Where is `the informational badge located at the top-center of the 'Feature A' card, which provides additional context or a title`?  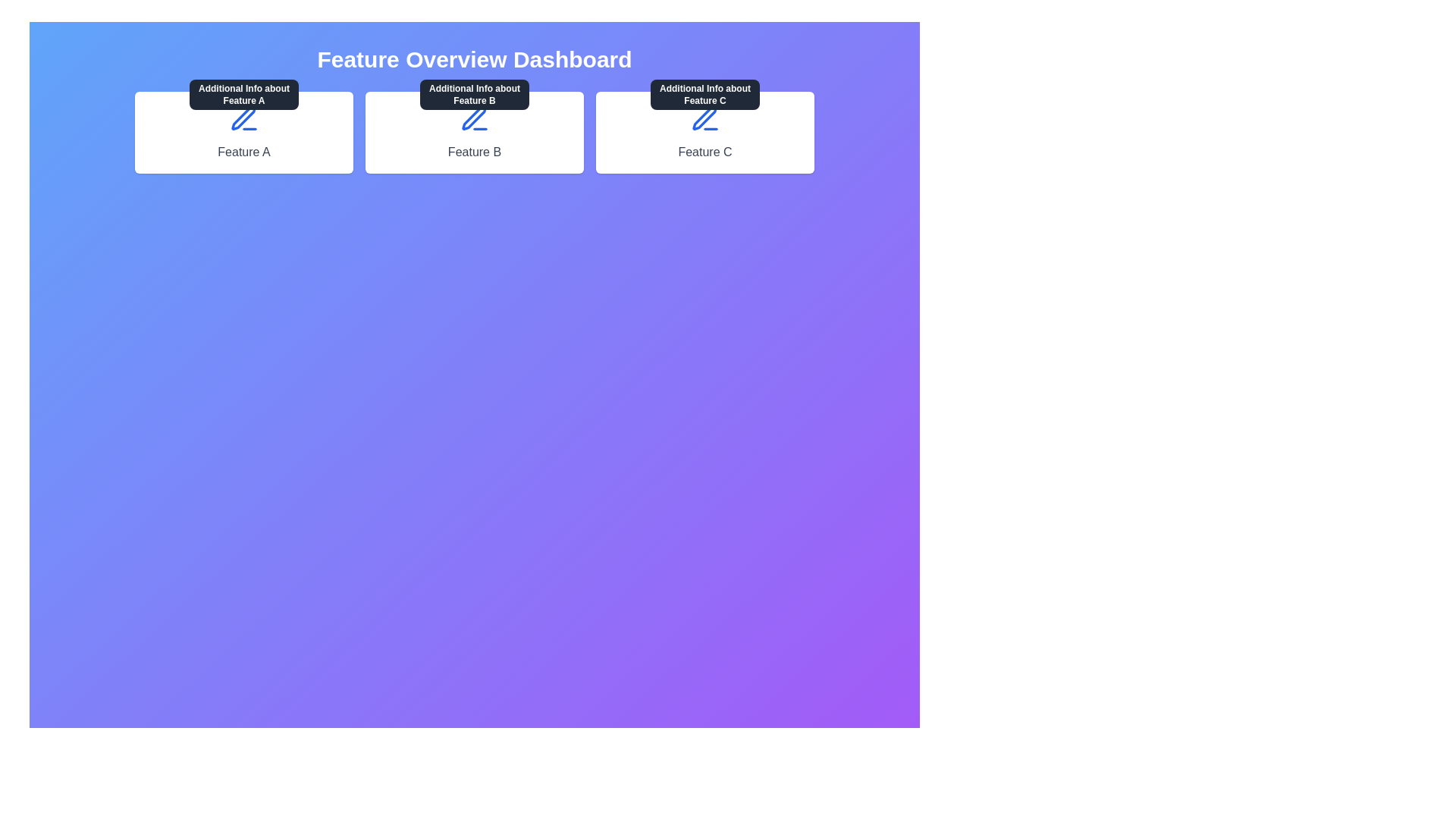
the informational badge located at the top-center of the 'Feature A' card, which provides additional context or a title is located at coordinates (243, 94).